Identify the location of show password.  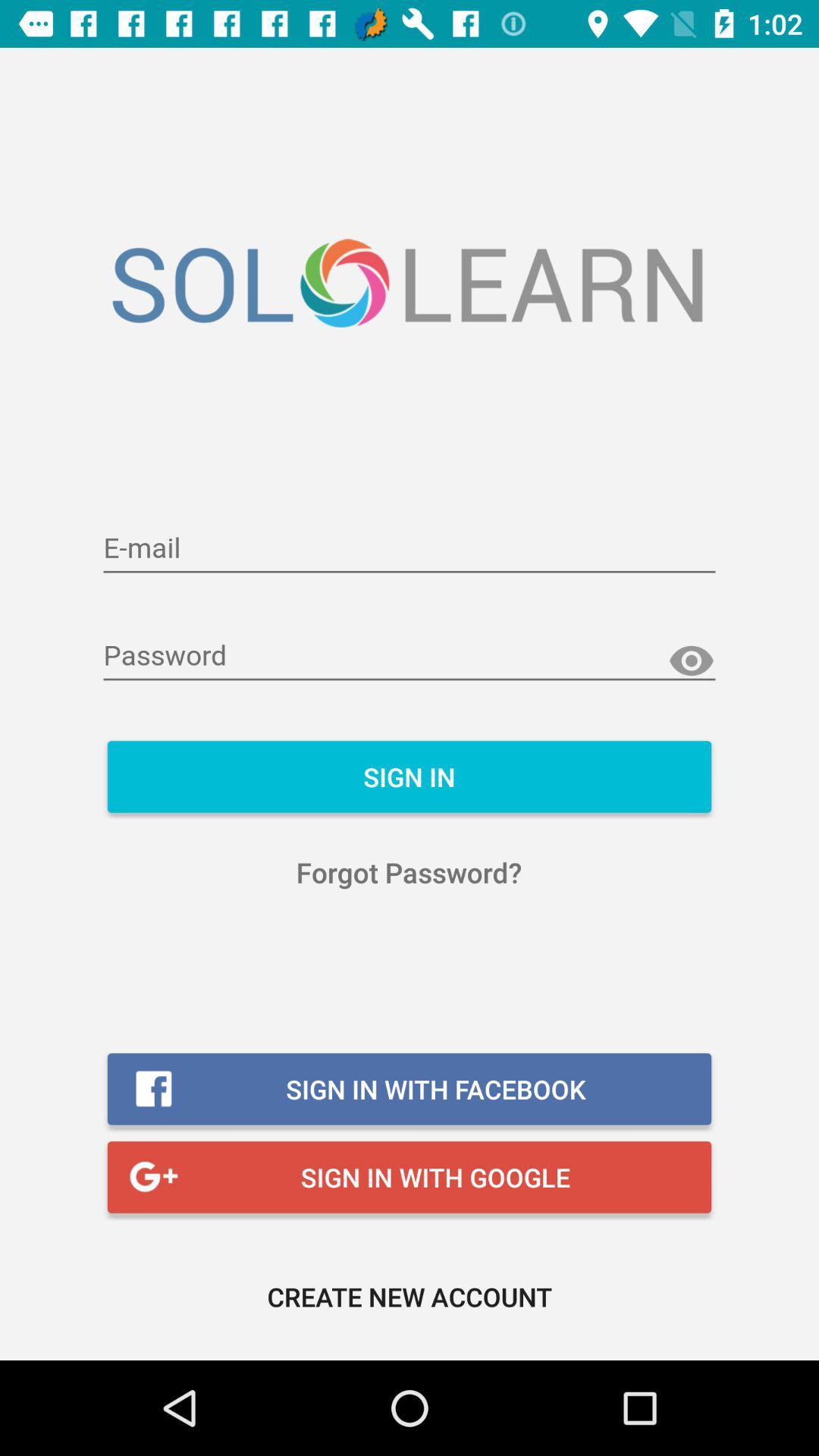
(691, 661).